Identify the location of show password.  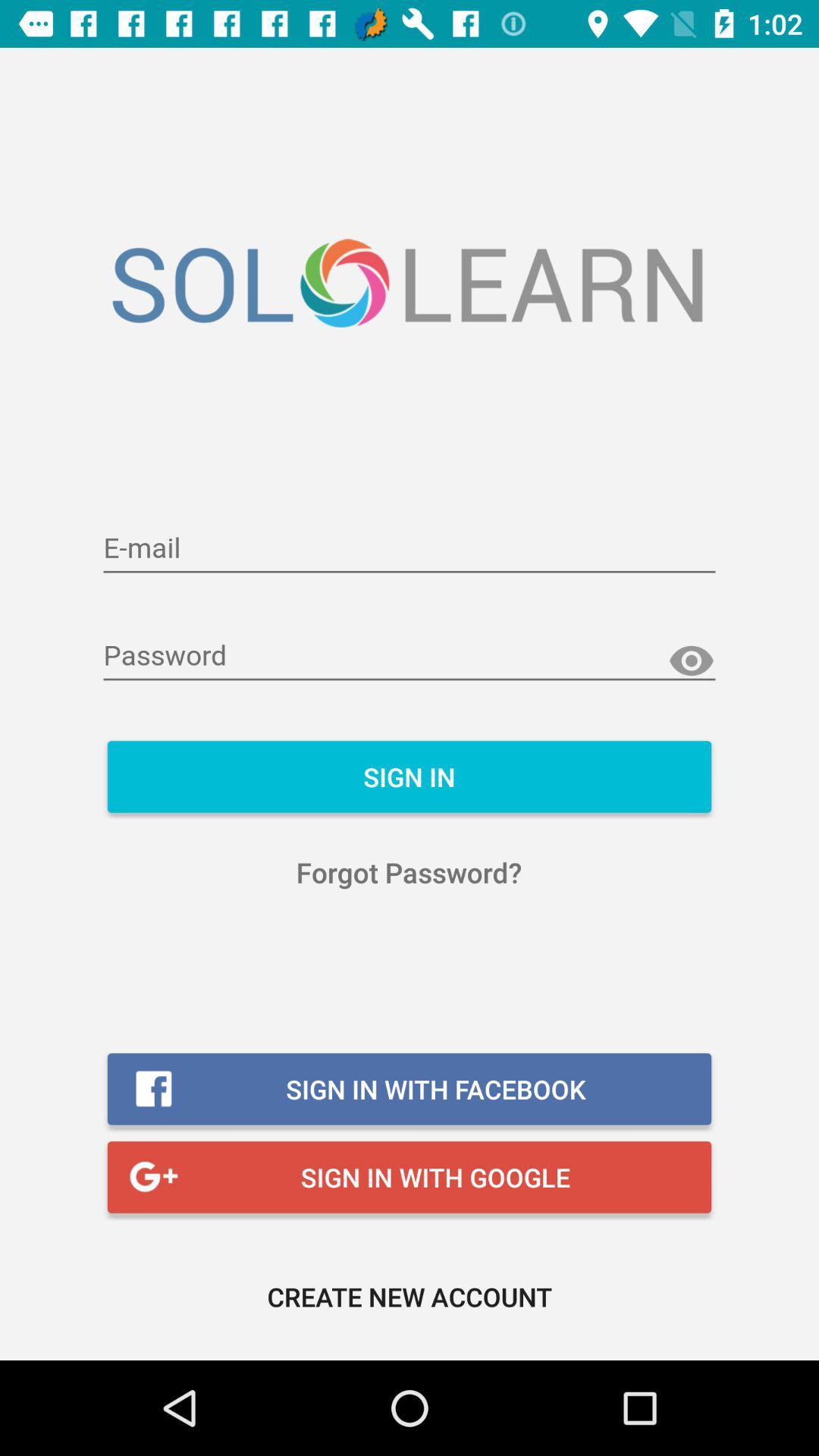
(691, 661).